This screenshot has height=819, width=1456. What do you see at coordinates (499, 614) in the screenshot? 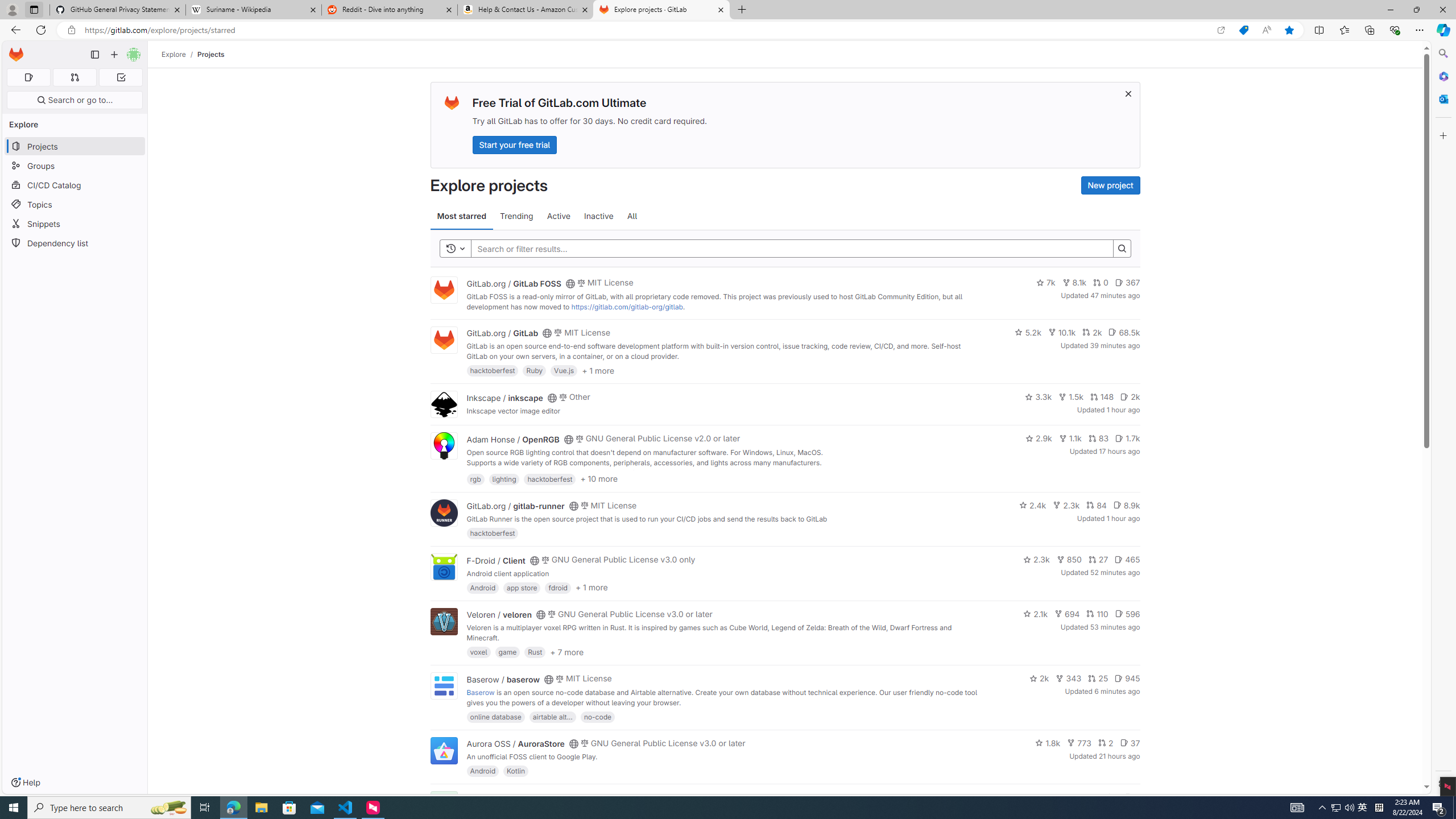
I see `'Veloren / veloren'` at bounding box center [499, 614].